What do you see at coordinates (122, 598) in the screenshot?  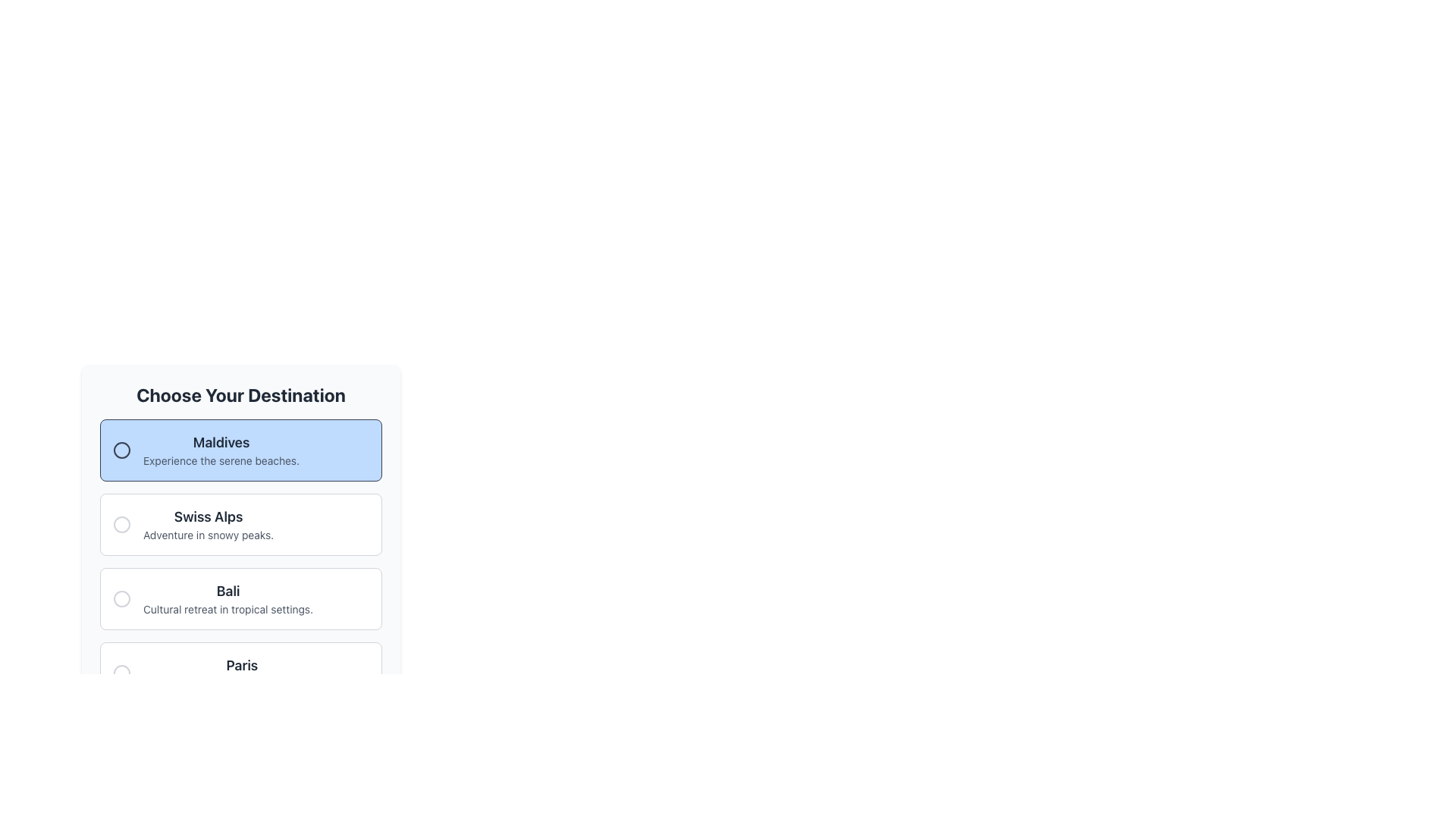 I see `the circular selection indicator for the third option labeled 'Bali' in the vertical list of destination choices` at bounding box center [122, 598].